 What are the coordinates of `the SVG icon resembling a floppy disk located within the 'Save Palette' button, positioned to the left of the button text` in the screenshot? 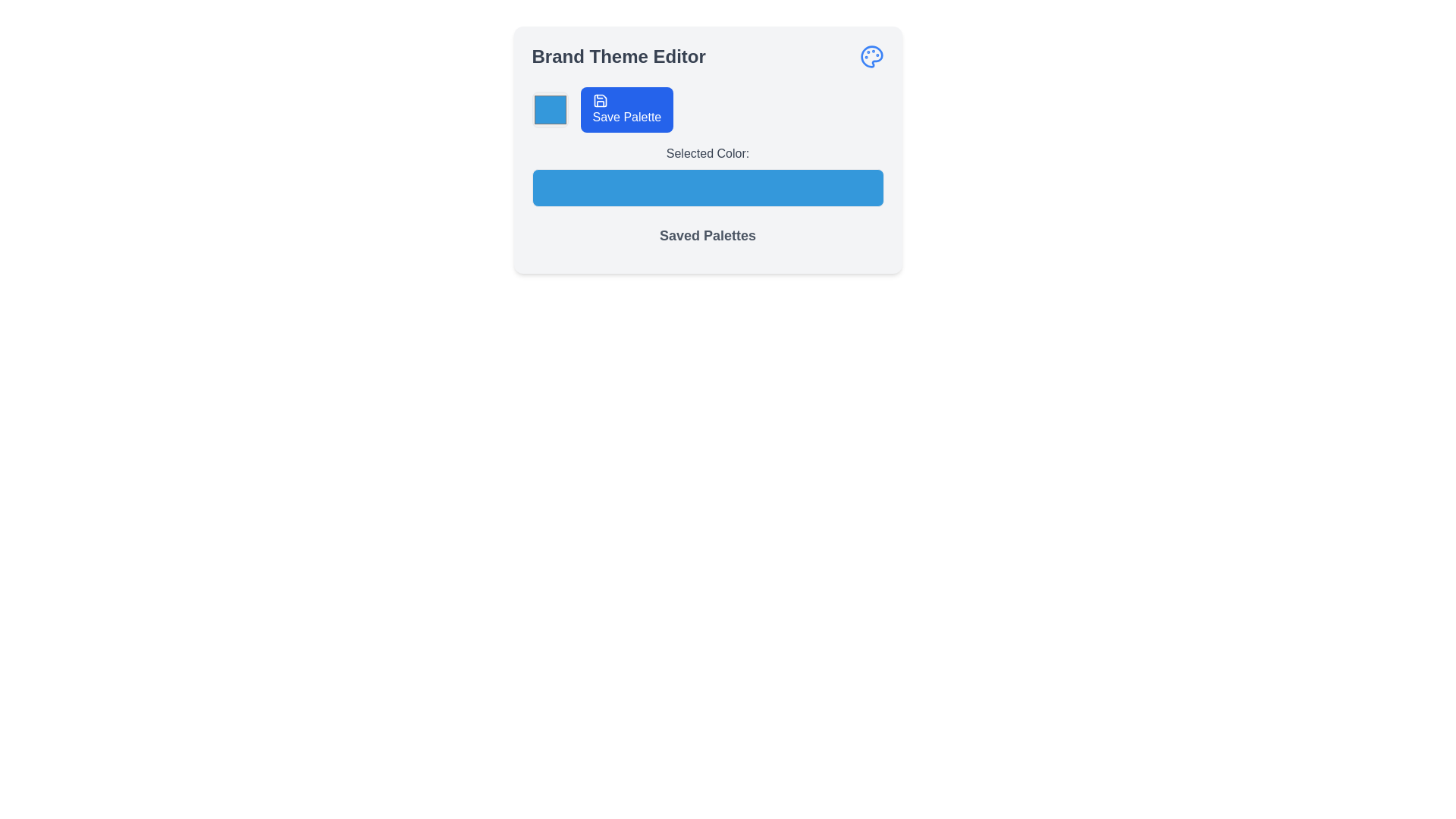 It's located at (599, 100).